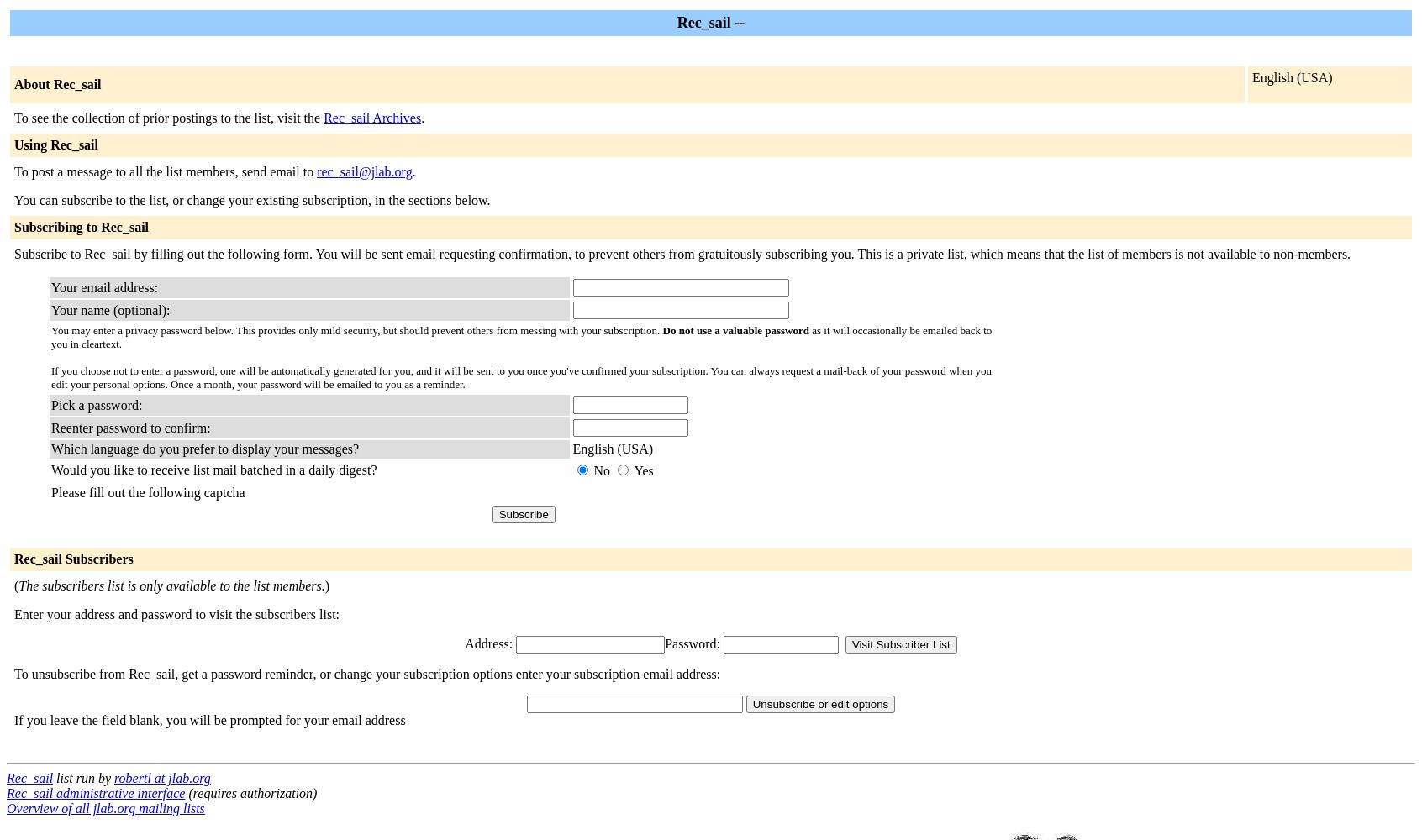 This screenshot has height=840, width=1422. I want to click on 'Rec_sail
		  Archives', so click(371, 118).